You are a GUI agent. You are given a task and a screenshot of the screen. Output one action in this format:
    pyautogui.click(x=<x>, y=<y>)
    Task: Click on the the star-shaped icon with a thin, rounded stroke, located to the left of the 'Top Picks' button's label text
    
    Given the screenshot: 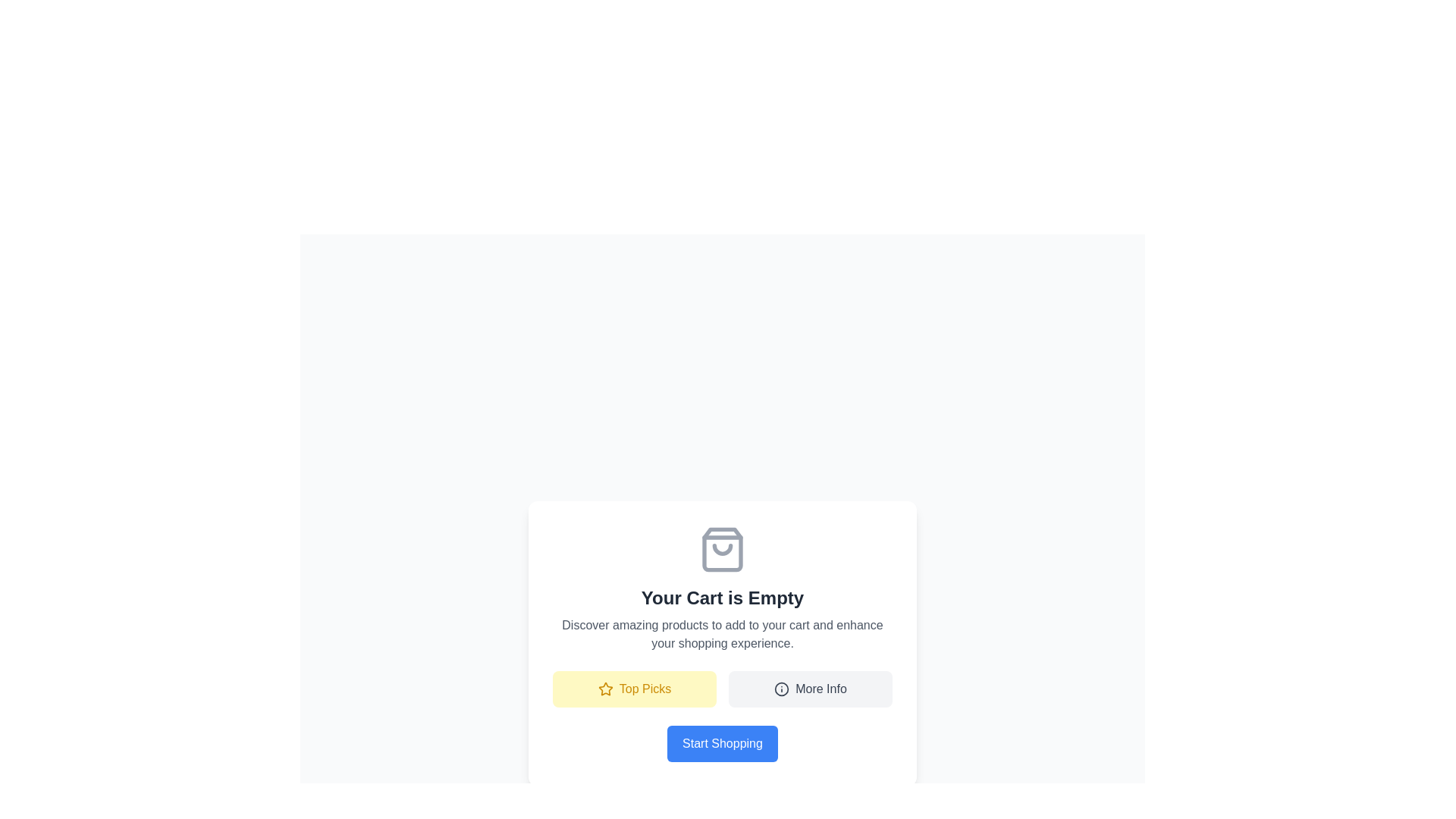 What is the action you would take?
    pyautogui.click(x=604, y=689)
    